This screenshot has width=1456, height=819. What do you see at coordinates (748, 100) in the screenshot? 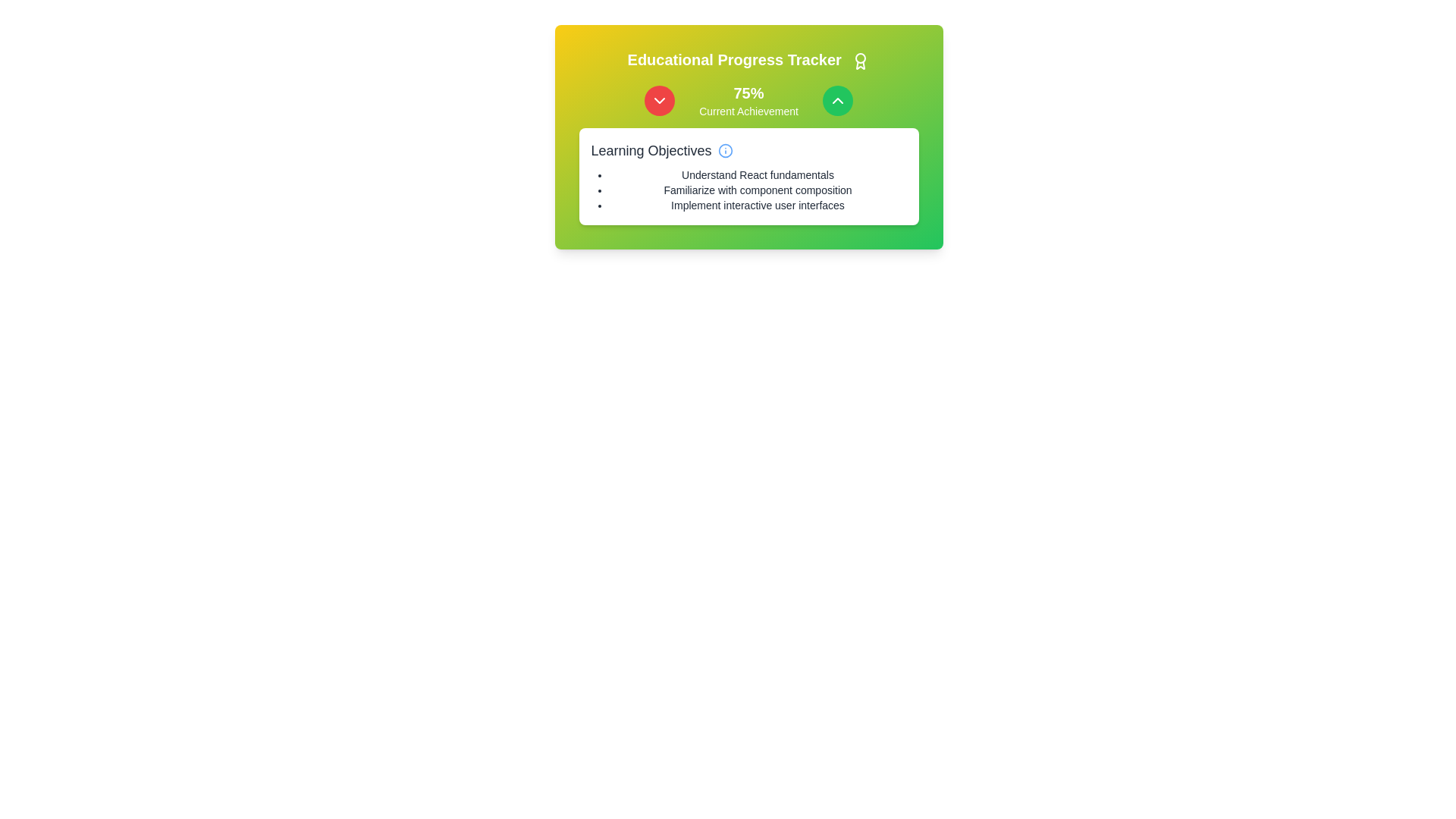
I see `the Information Display that shows a percentage (75%) and the subtitle 'Current Achievement', situated centrally in the 'Educational Progress Tracker' section` at bounding box center [748, 100].